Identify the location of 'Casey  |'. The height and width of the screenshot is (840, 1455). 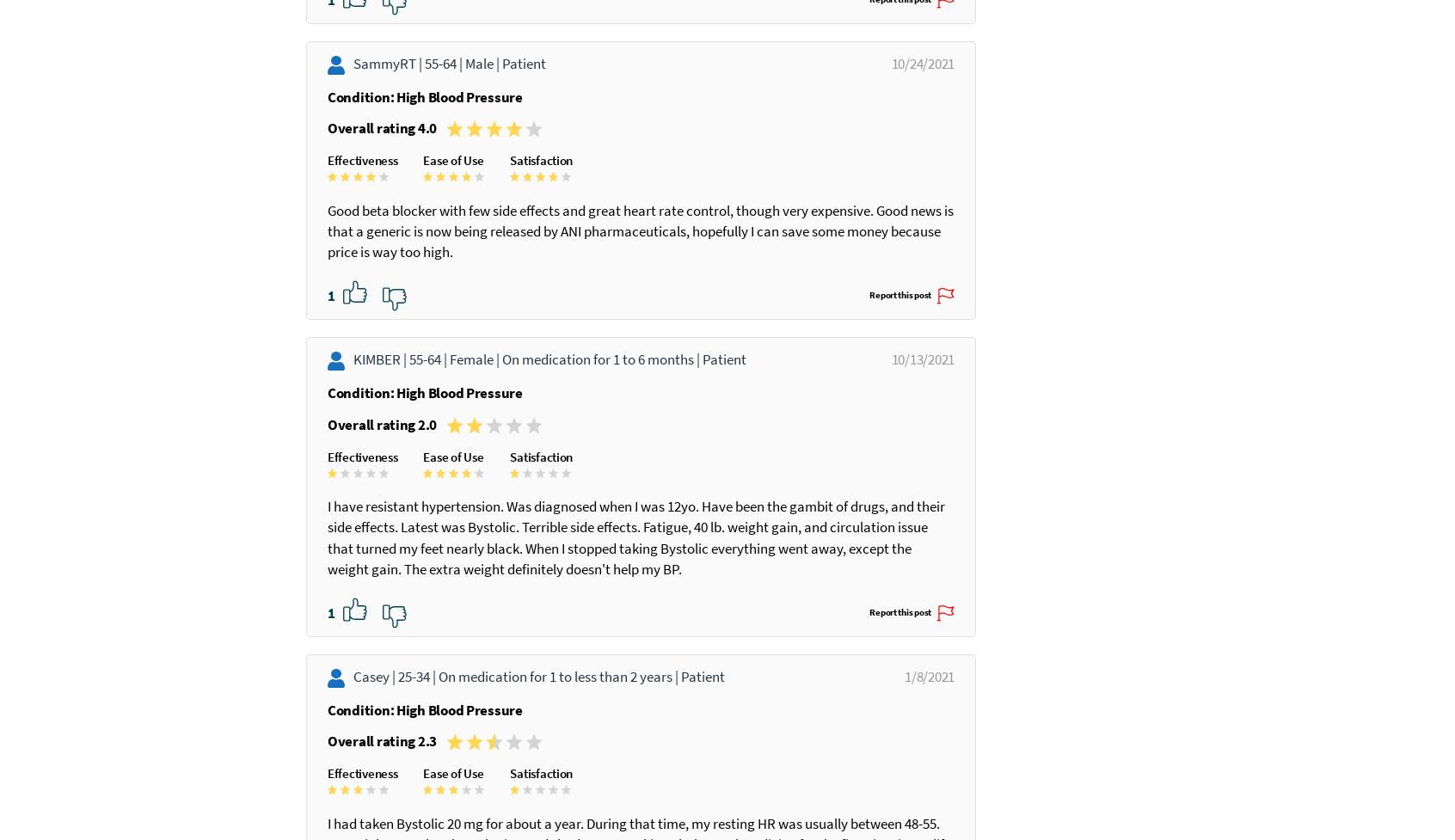
(375, 717).